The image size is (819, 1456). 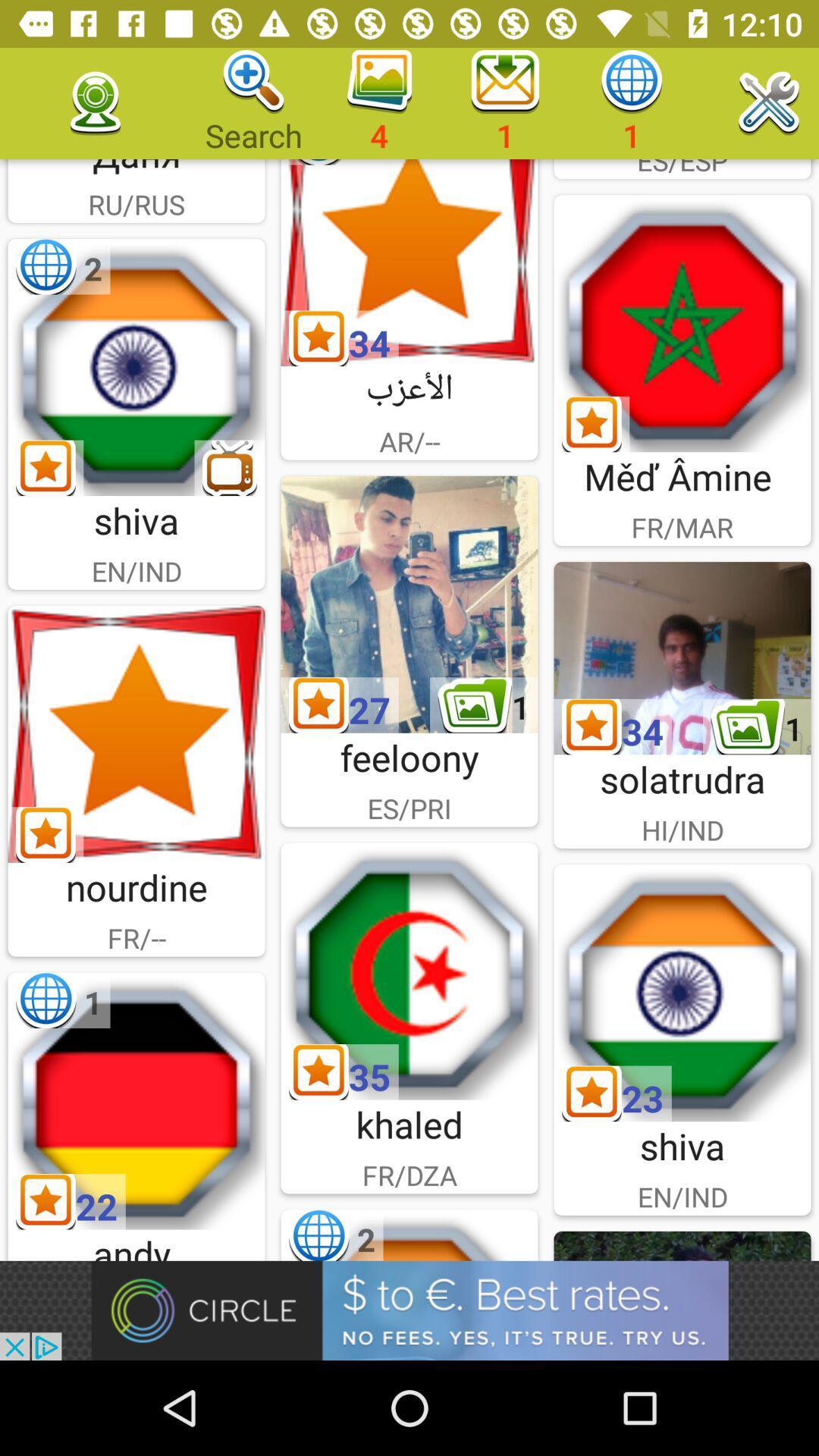 What do you see at coordinates (136, 1100) in the screenshot?
I see `one pert` at bounding box center [136, 1100].